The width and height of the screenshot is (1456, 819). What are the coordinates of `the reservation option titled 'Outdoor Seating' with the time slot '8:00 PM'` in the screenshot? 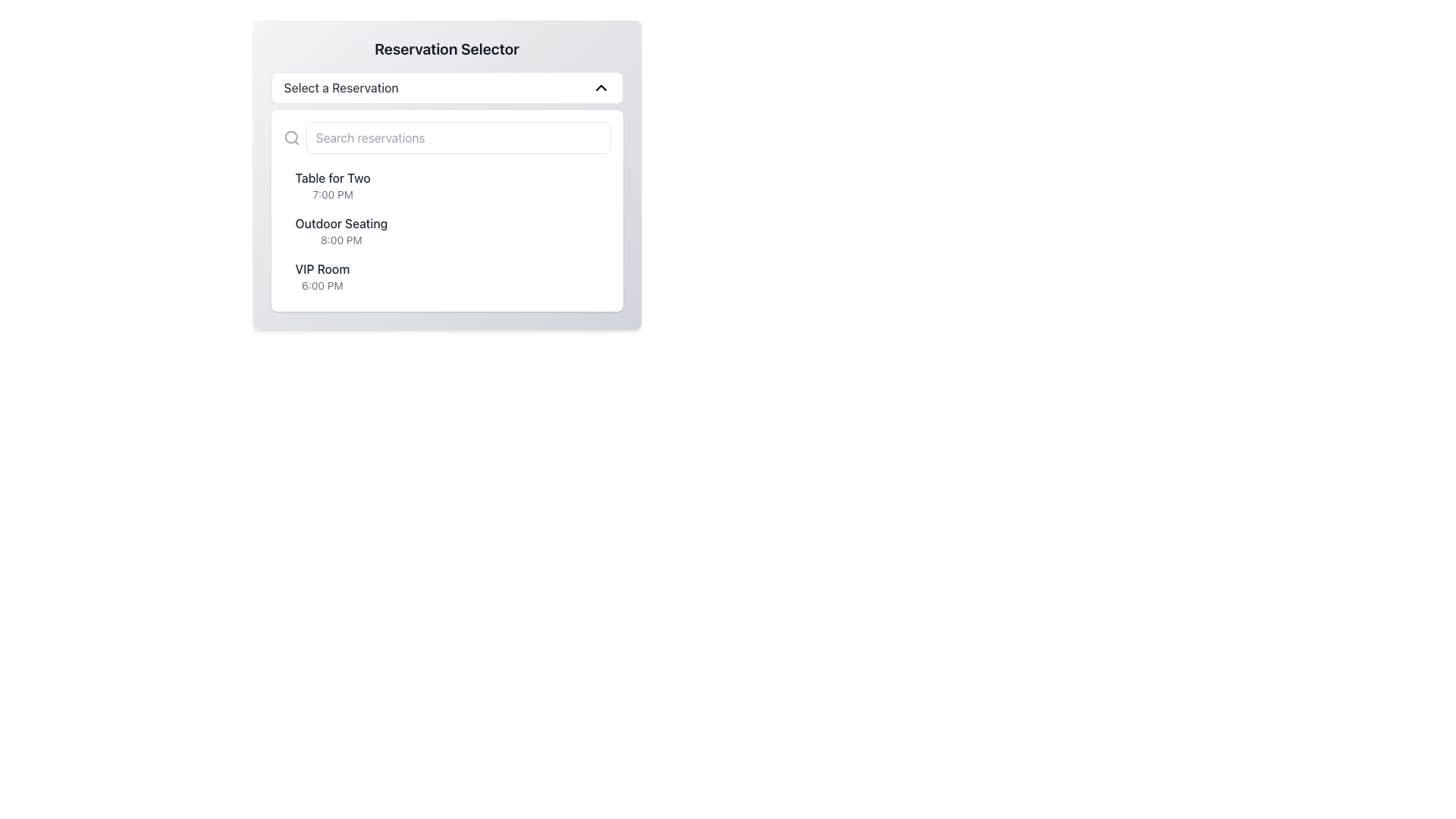 It's located at (446, 231).